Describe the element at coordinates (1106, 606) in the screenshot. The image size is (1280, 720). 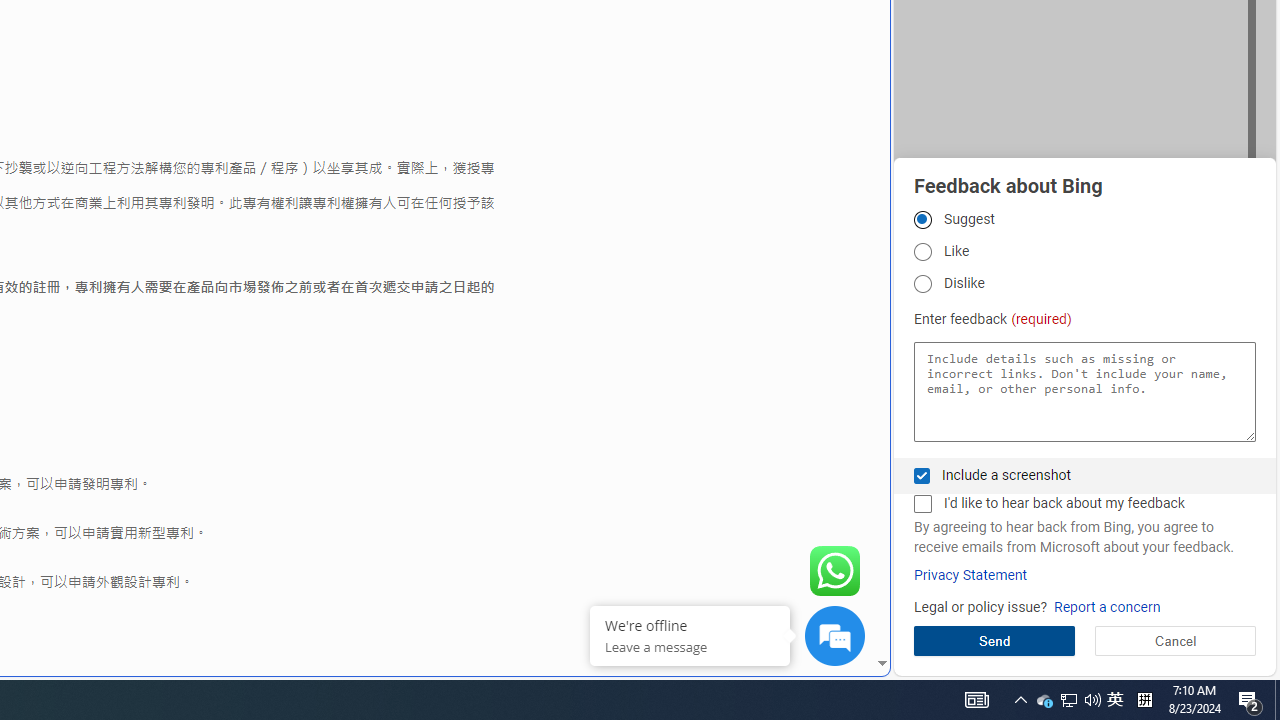
I see `'Report a concern'` at that location.